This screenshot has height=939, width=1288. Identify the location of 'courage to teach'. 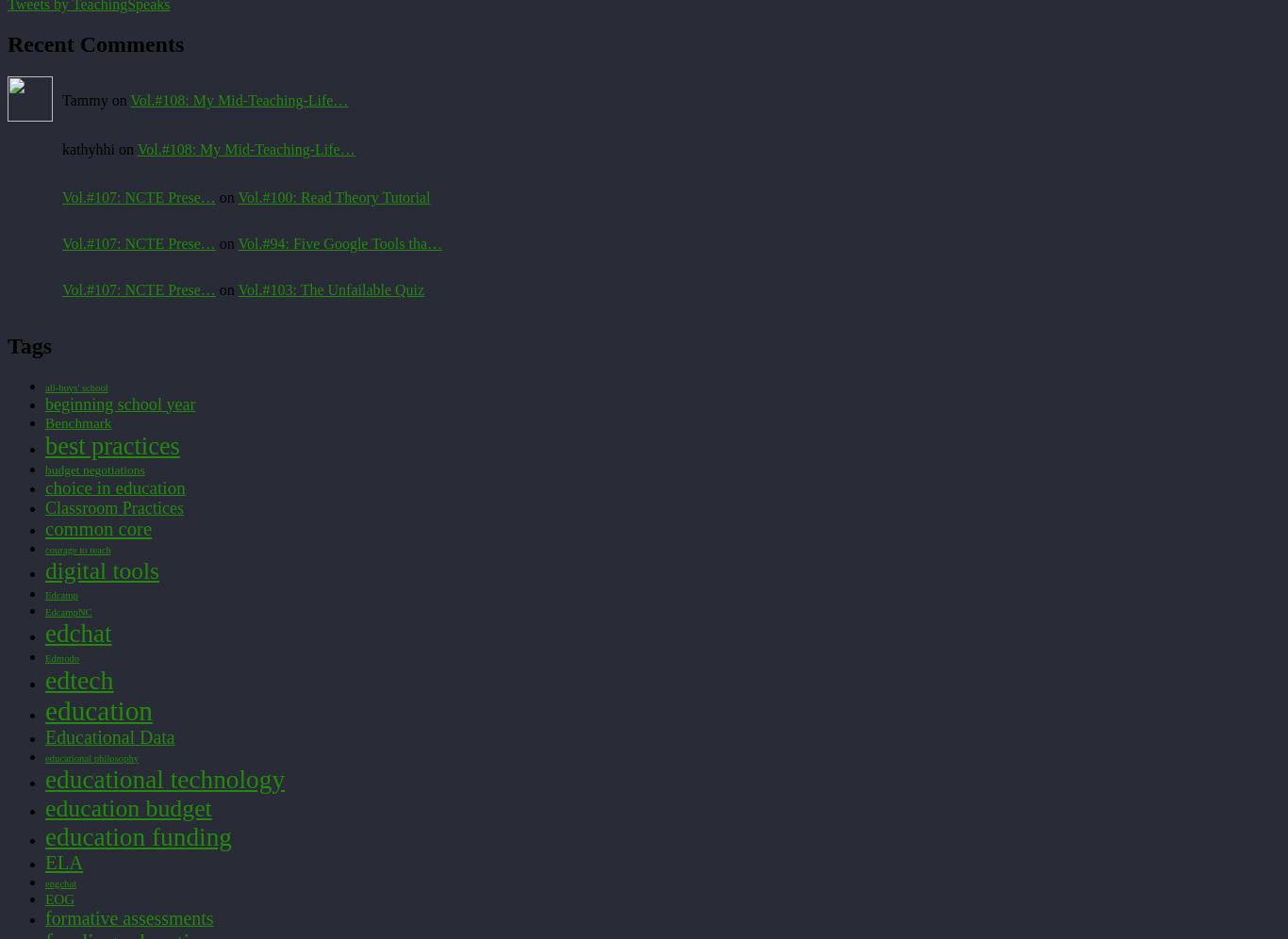
(77, 549).